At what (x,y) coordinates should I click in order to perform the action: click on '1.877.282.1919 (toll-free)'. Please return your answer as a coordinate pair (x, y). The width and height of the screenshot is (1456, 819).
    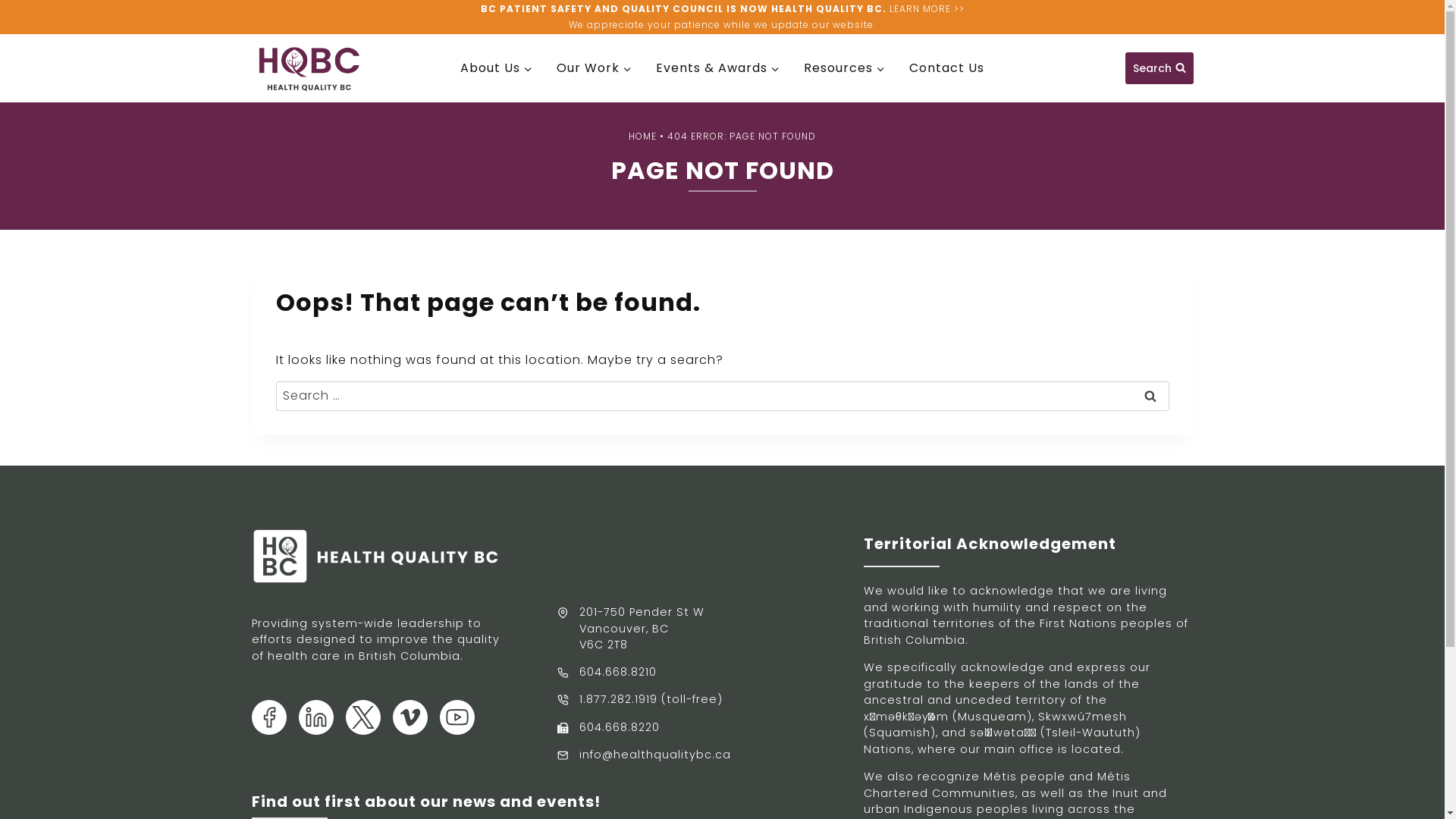
    Looking at the image, I should click on (639, 699).